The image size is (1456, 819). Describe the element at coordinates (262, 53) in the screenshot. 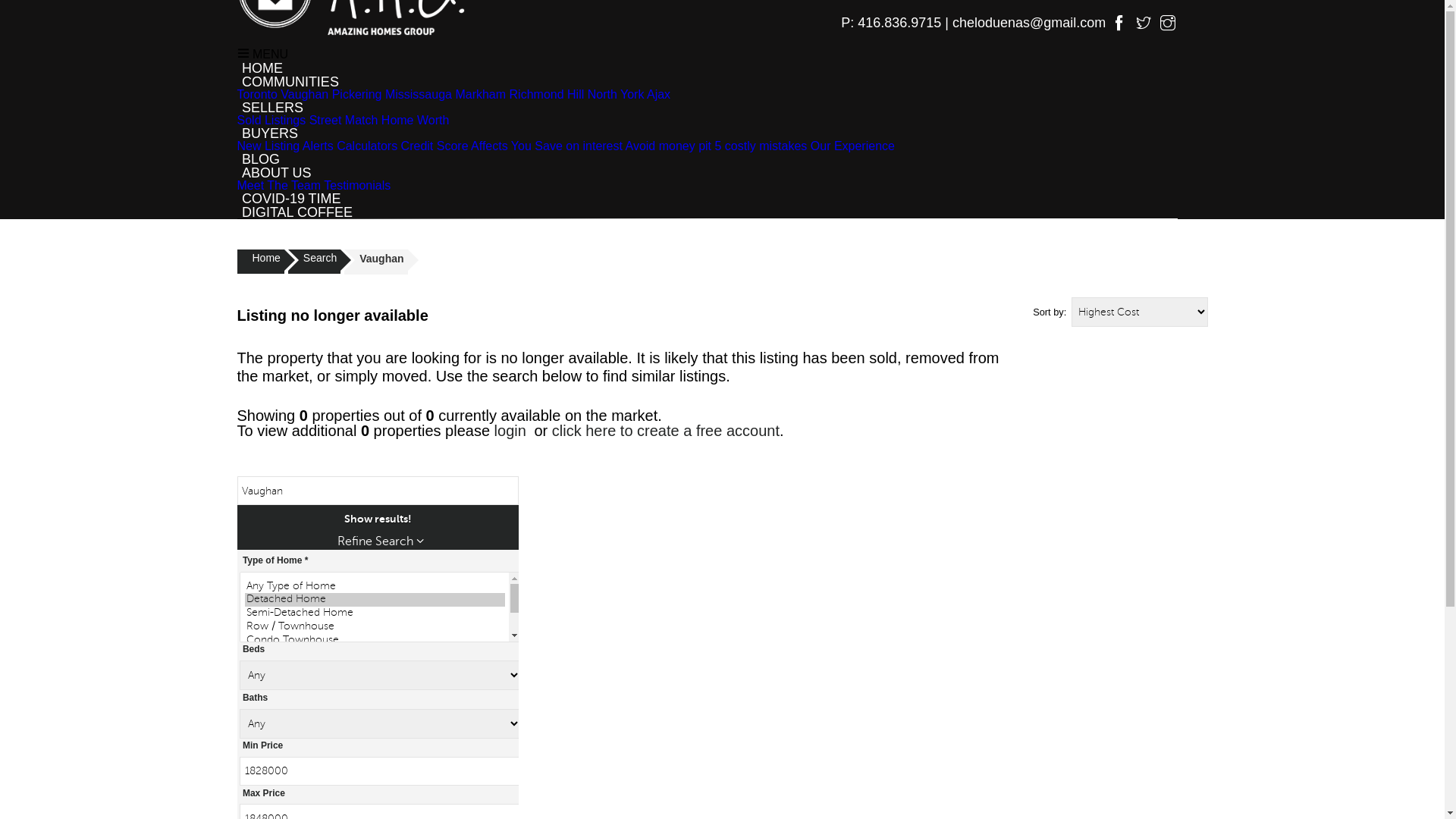

I see `'MENU'` at that location.